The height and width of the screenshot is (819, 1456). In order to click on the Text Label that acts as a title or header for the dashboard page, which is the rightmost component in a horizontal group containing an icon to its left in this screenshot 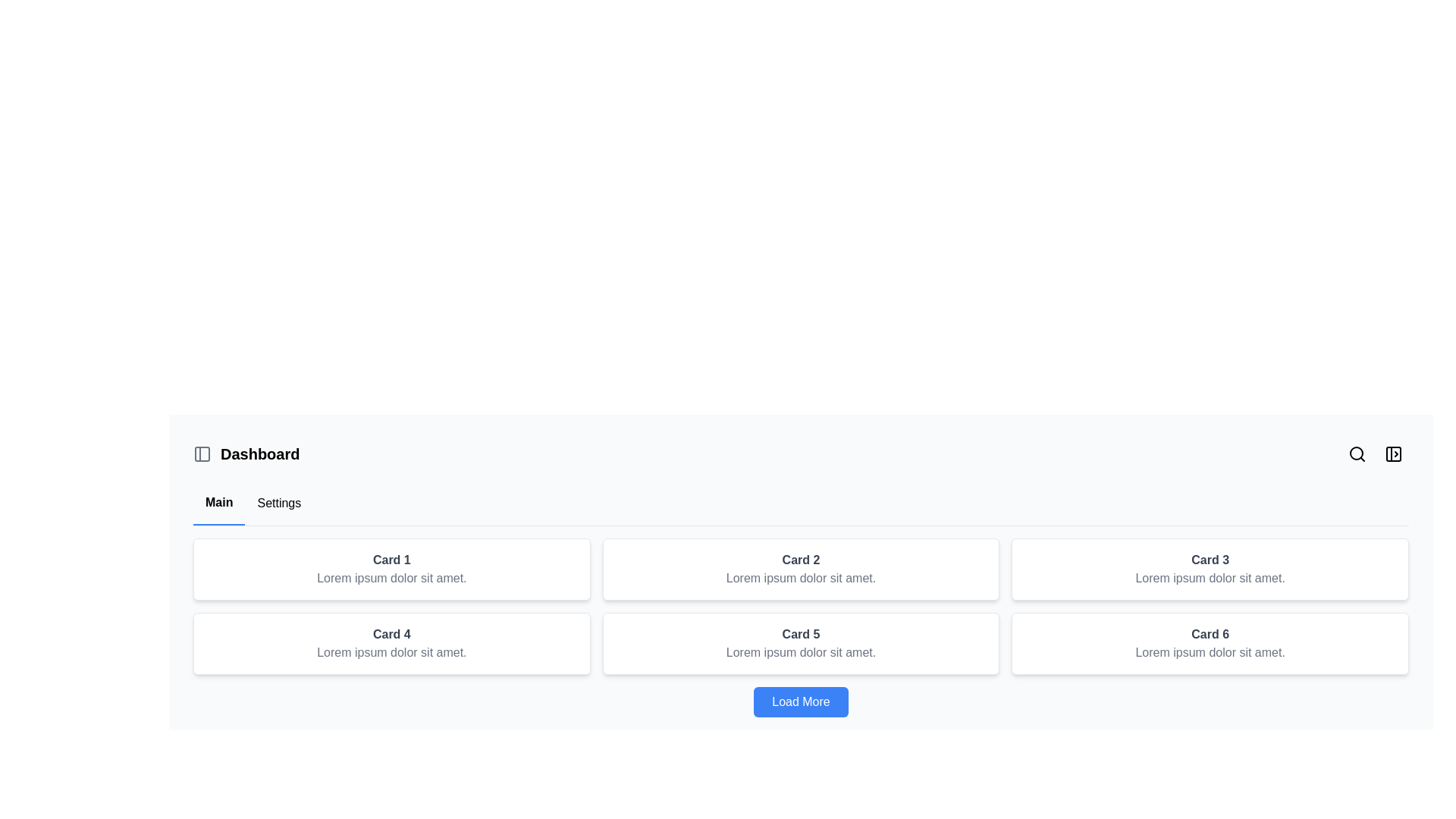, I will do `click(260, 453)`.